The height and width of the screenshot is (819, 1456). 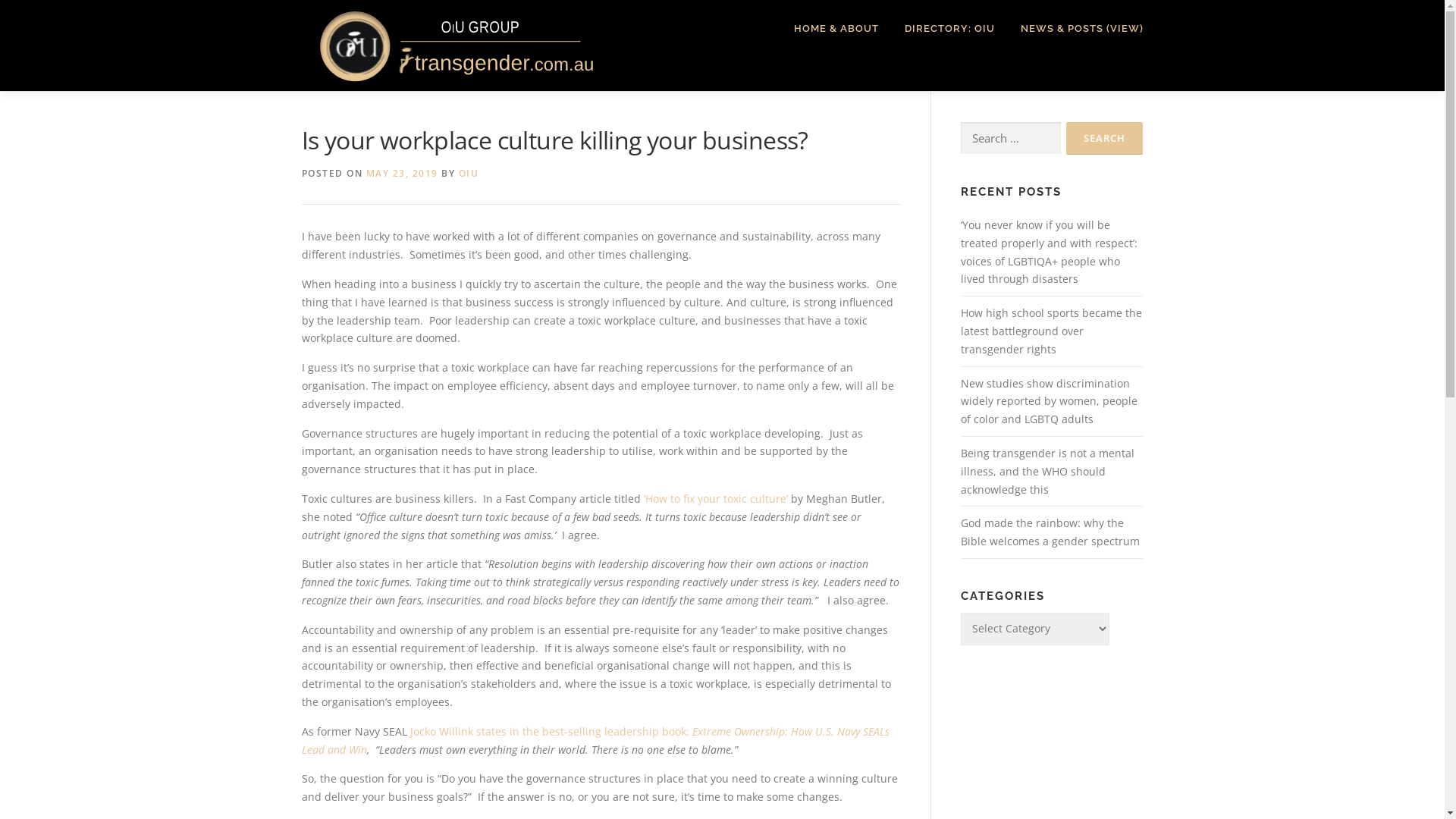 What do you see at coordinates (467, 172) in the screenshot?
I see `'OIU'` at bounding box center [467, 172].